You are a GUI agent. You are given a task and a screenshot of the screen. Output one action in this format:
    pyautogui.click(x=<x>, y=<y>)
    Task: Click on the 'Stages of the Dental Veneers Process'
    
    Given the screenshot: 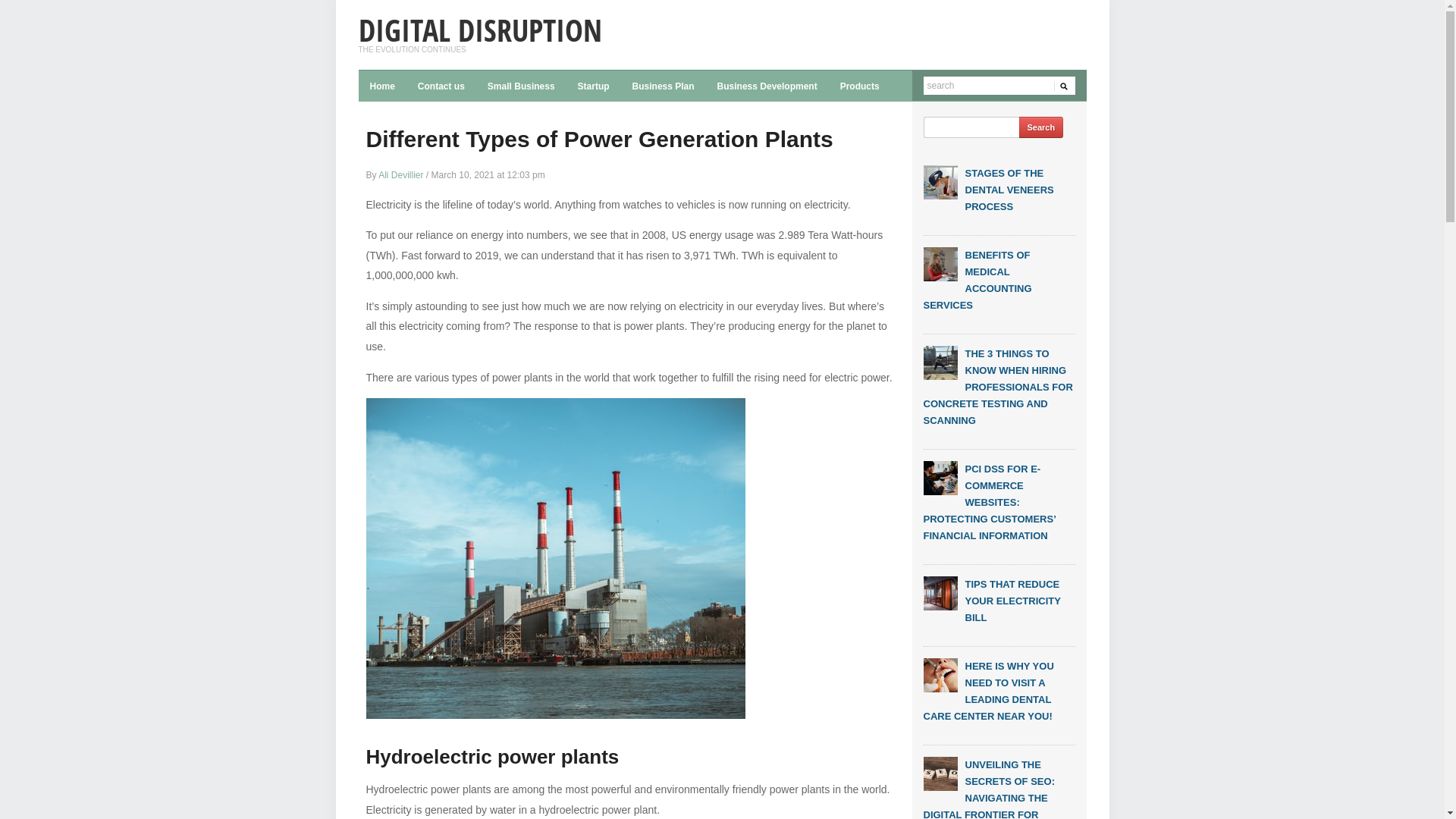 What is the action you would take?
    pyautogui.click(x=940, y=180)
    